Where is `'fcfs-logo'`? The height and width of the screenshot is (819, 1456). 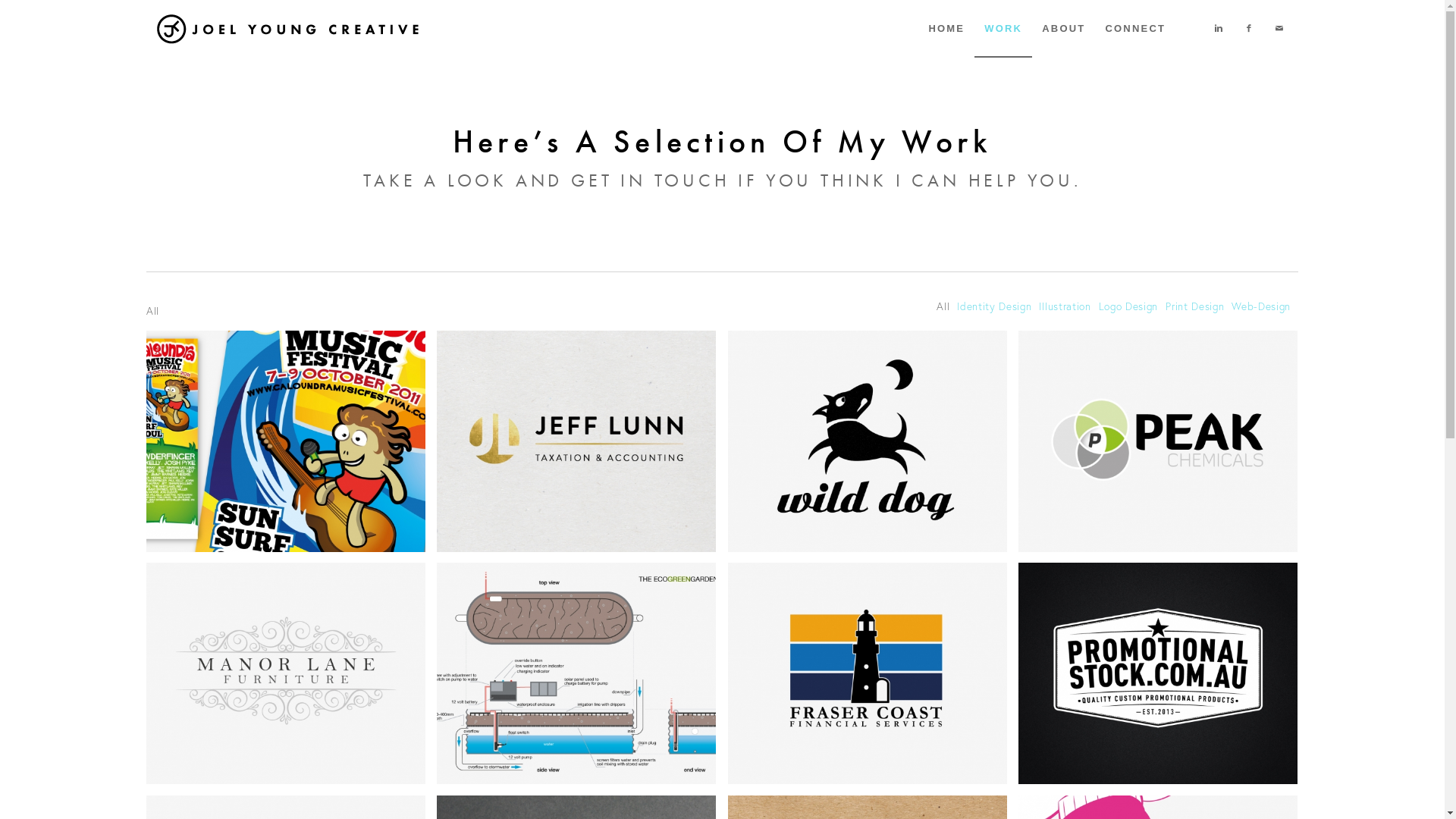
'fcfs-logo' is located at coordinates (868, 672).